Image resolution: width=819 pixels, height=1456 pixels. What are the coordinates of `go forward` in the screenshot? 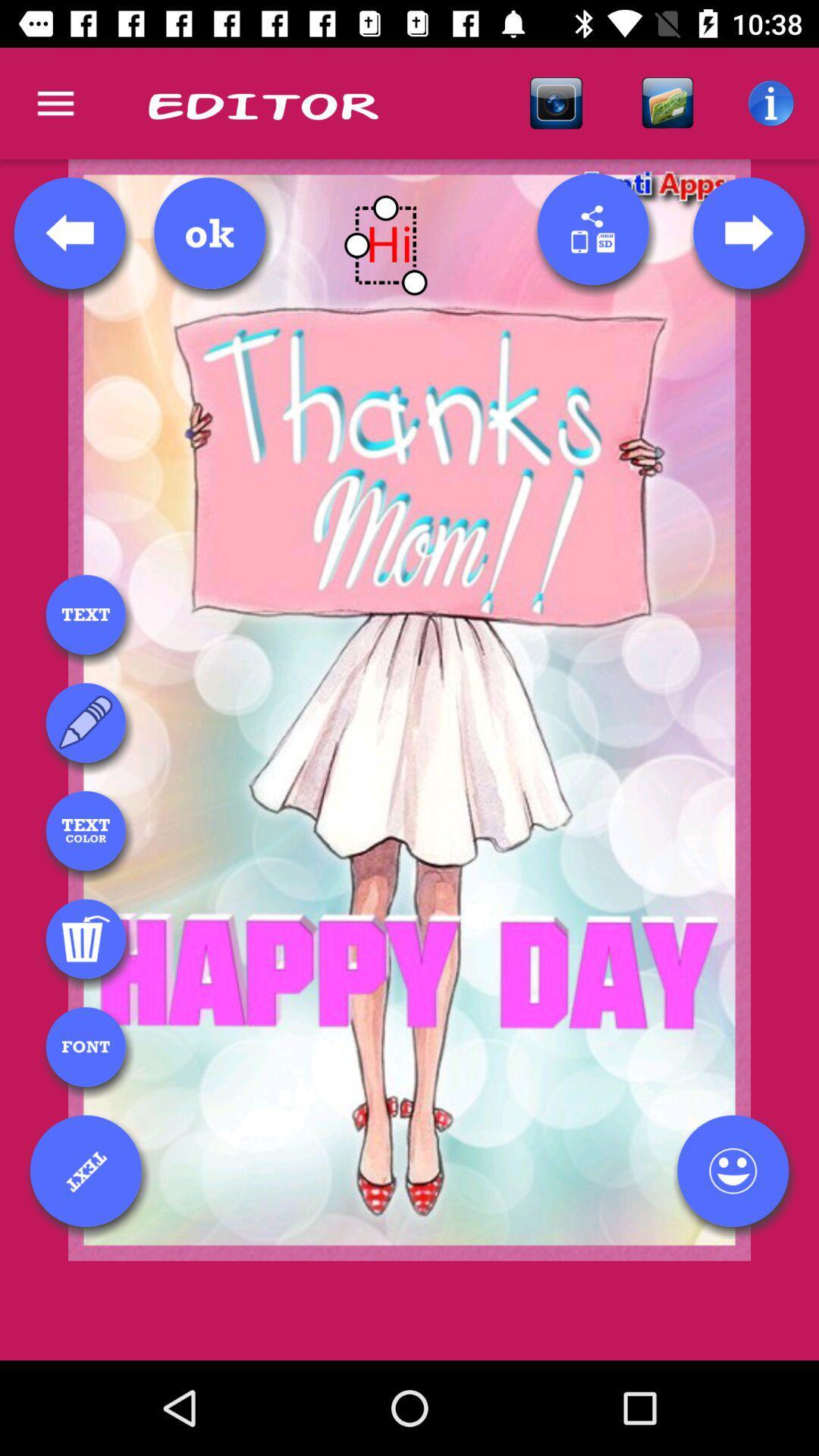 It's located at (748, 232).